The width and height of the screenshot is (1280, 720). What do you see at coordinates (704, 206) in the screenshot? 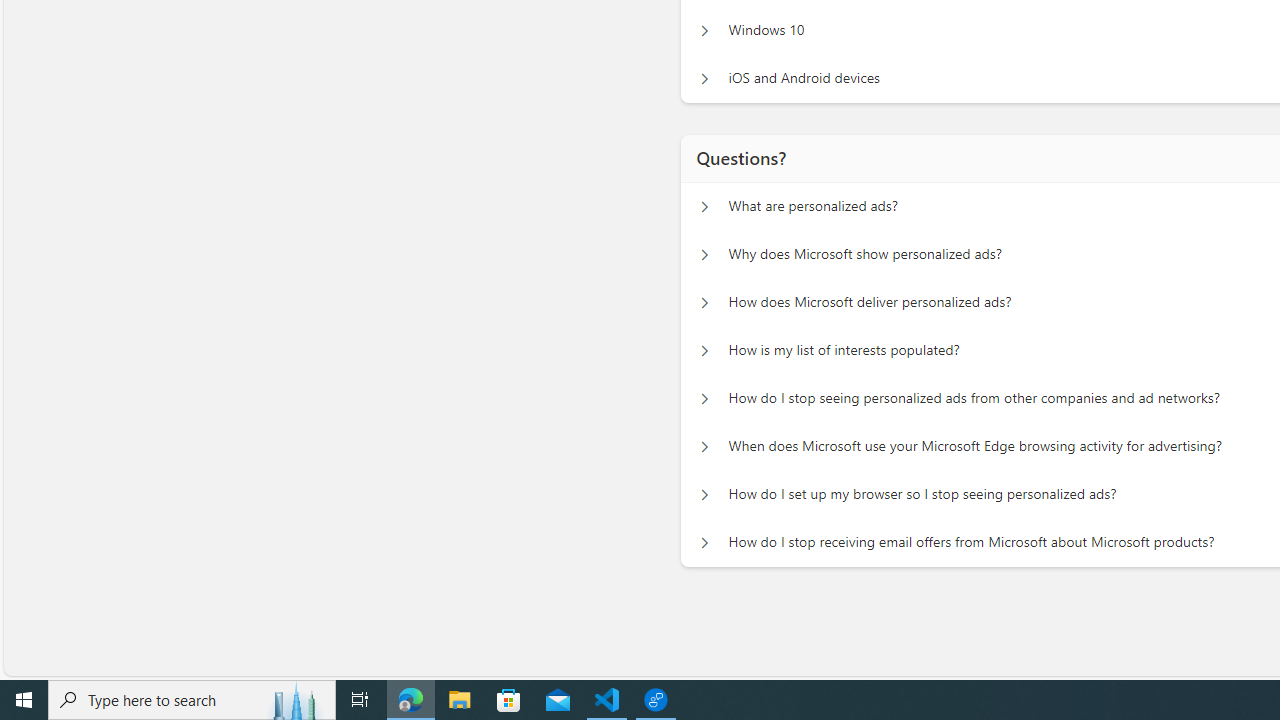
I see `'Questions? What are personalized ads?'` at bounding box center [704, 206].